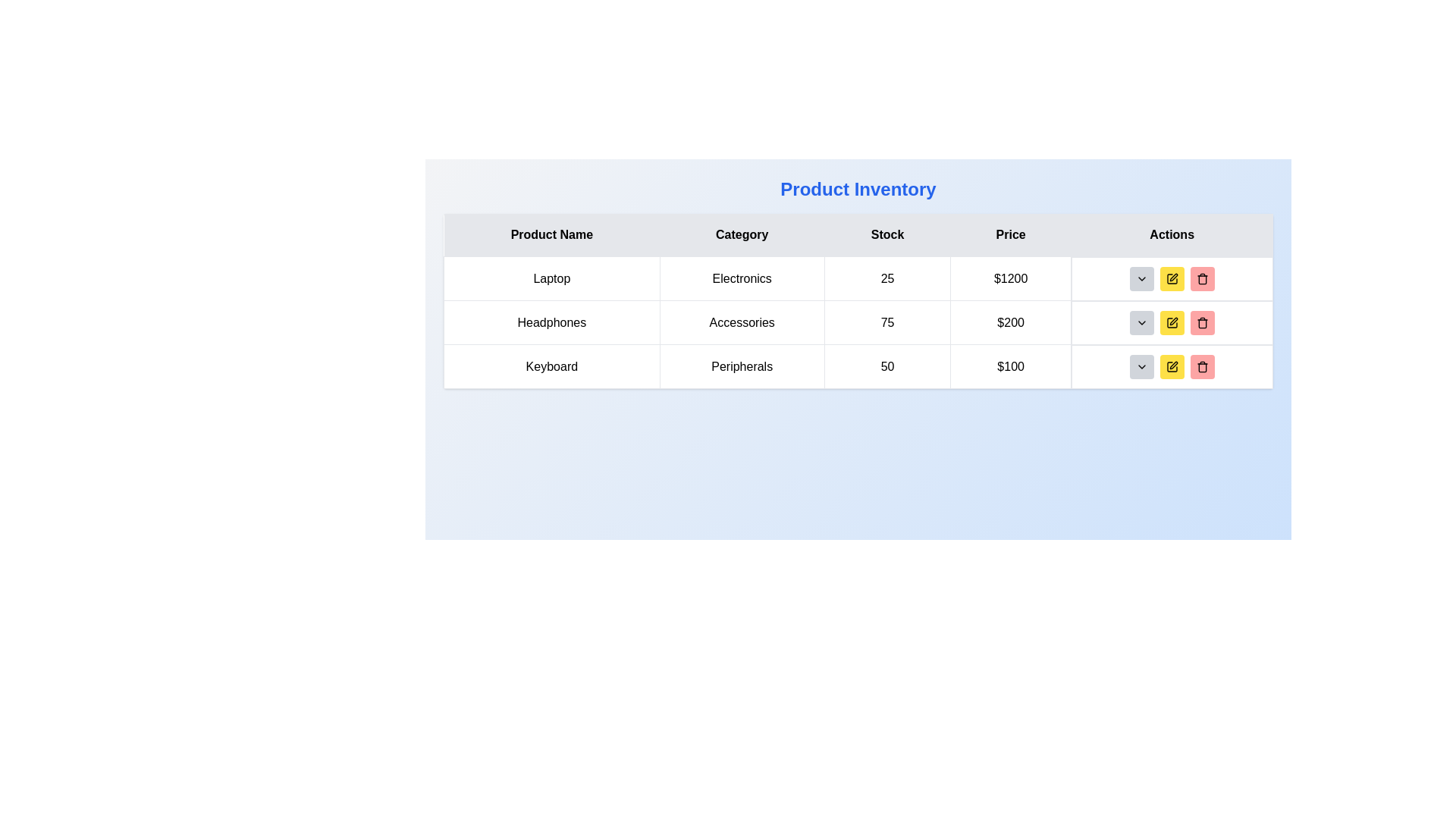 The height and width of the screenshot is (819, 1456). What do you see at coordinates (1201, 278) in the screenshot?
I see `the delete IconButton located in the 'Actions' column of the first row in the table` at bounding box center [1201, 278].